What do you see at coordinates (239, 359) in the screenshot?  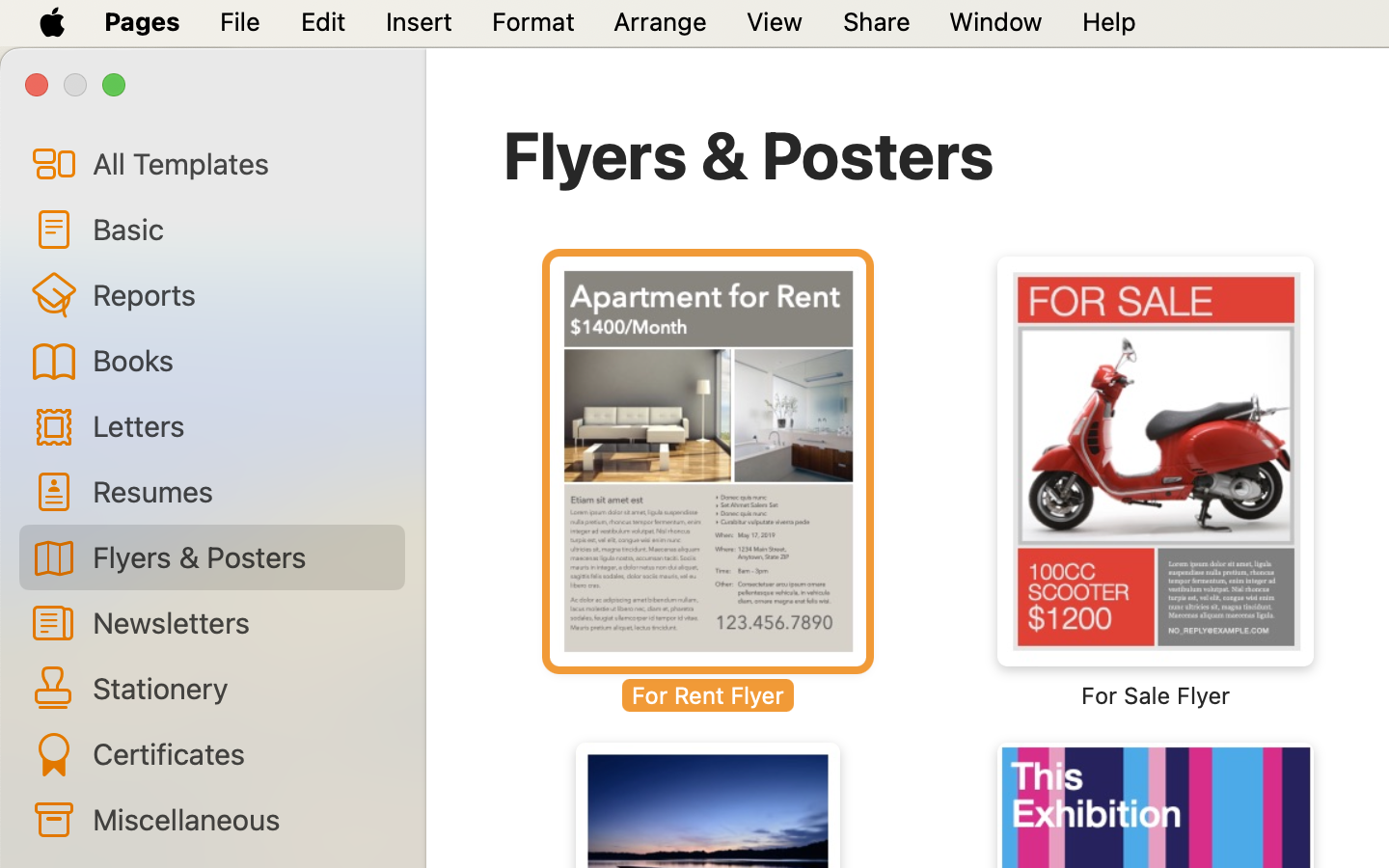 I see `'Books'` at bounding box center [239, 359].